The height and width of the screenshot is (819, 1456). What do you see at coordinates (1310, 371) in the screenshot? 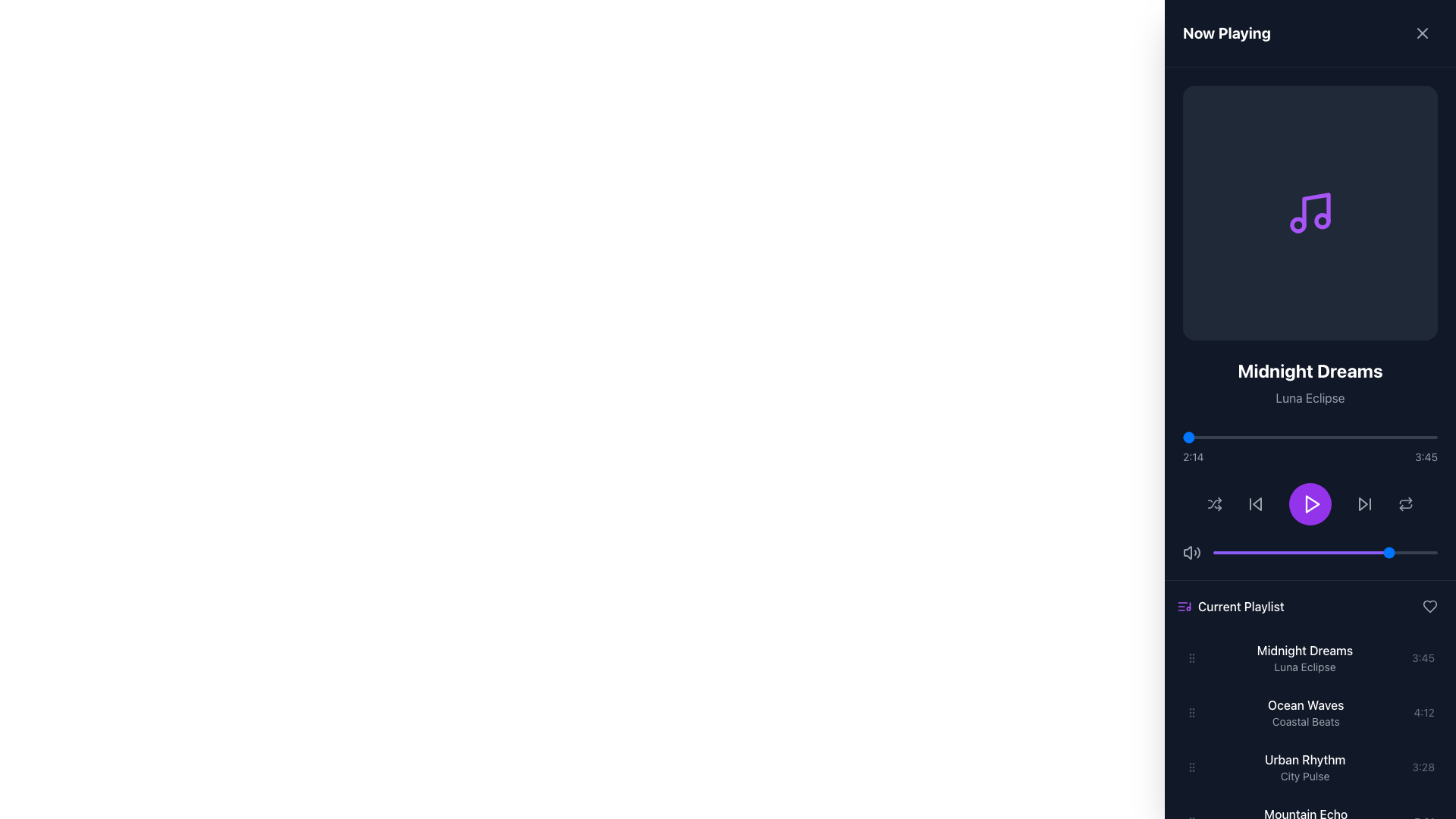
I see `the bold text label 'Midnight Dreams' which is styled in a large white font and positioned above the smaller gray text 'Luna Eclipse'` at bounding box center [1310, 371].